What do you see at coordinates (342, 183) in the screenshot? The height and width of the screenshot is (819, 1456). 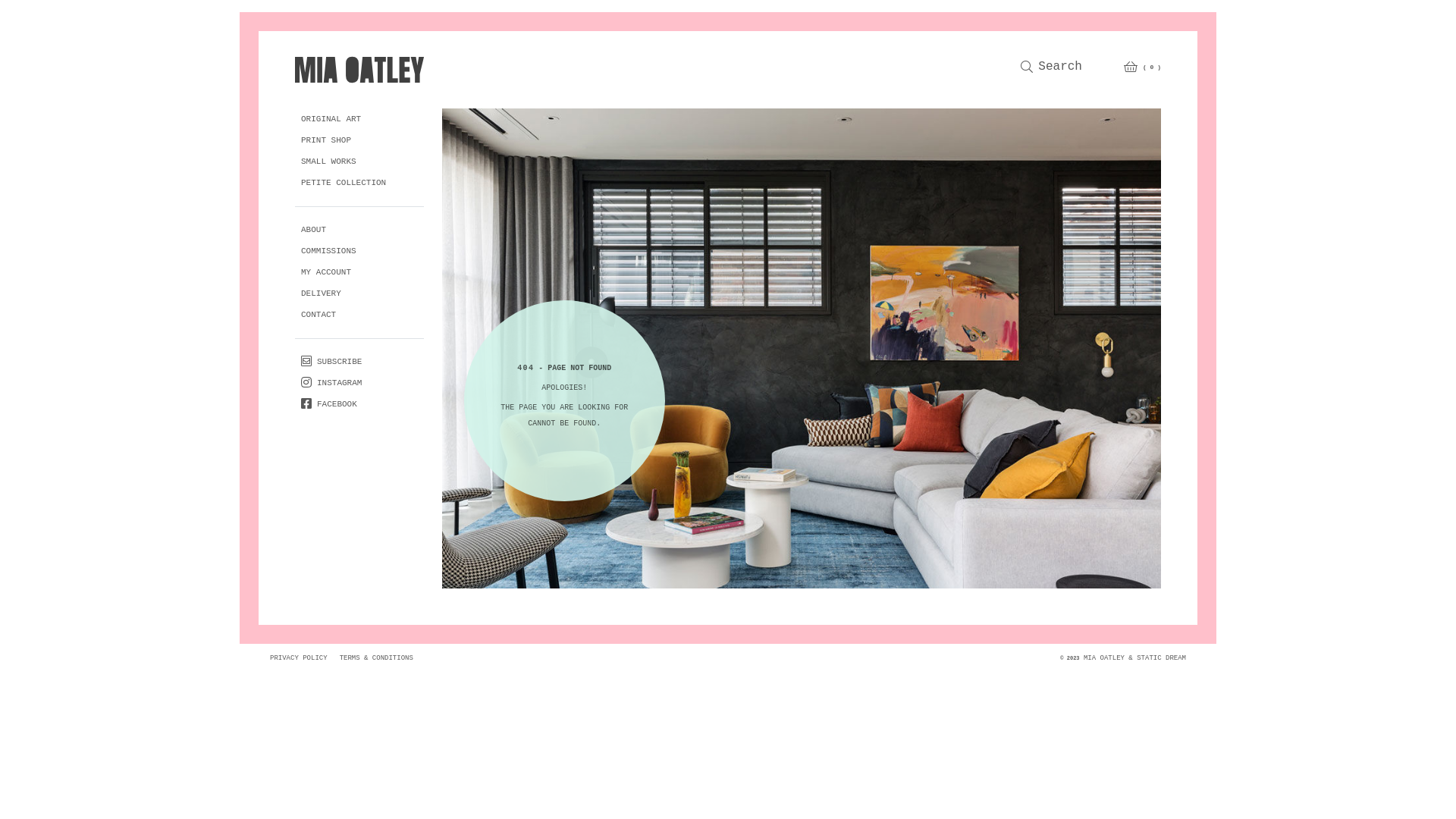 I see `'Petite Collection'` at bounding box center [342, 183].